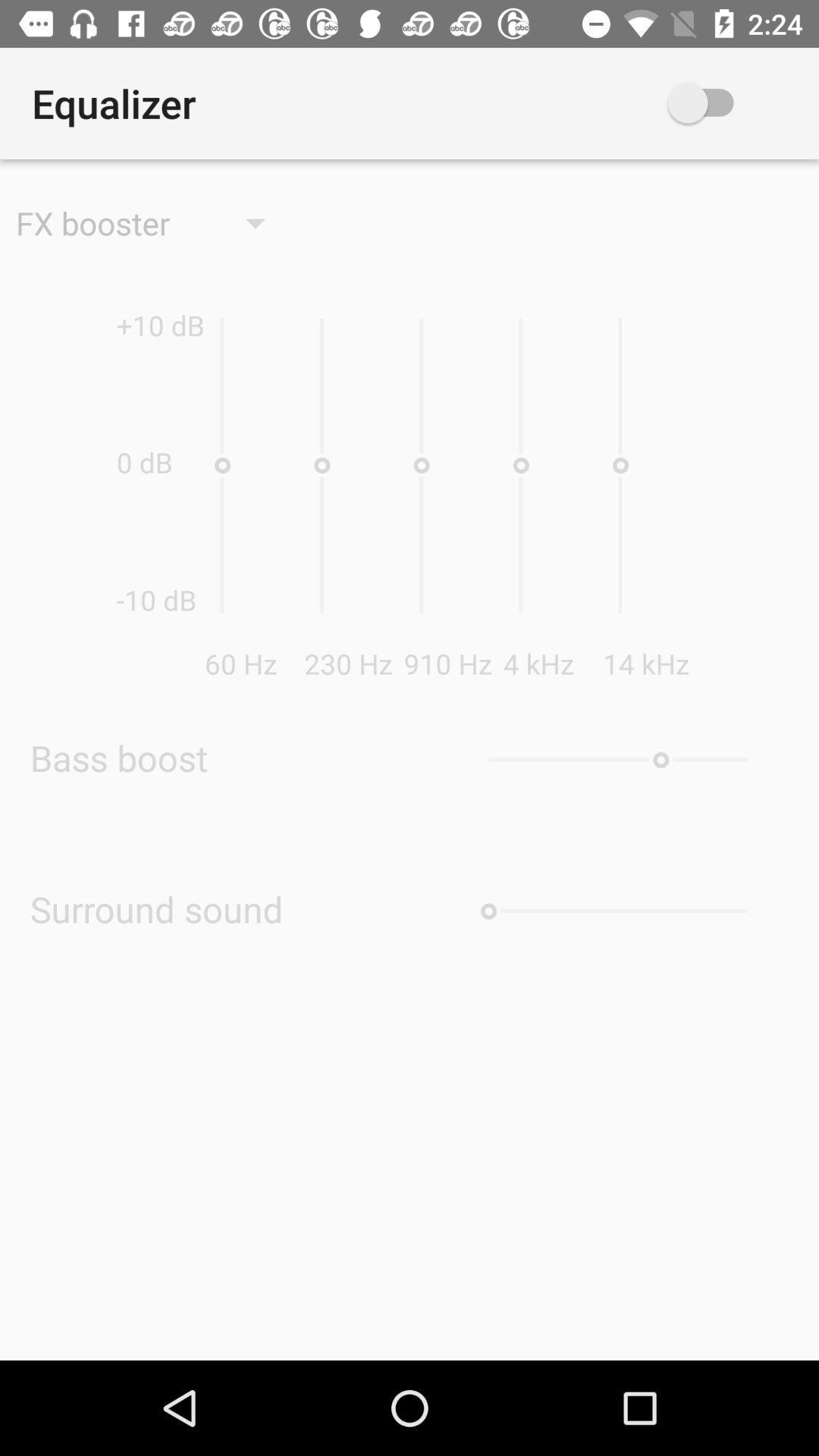  I want to click on app to the right of equalizer icon, so click(723, 102).